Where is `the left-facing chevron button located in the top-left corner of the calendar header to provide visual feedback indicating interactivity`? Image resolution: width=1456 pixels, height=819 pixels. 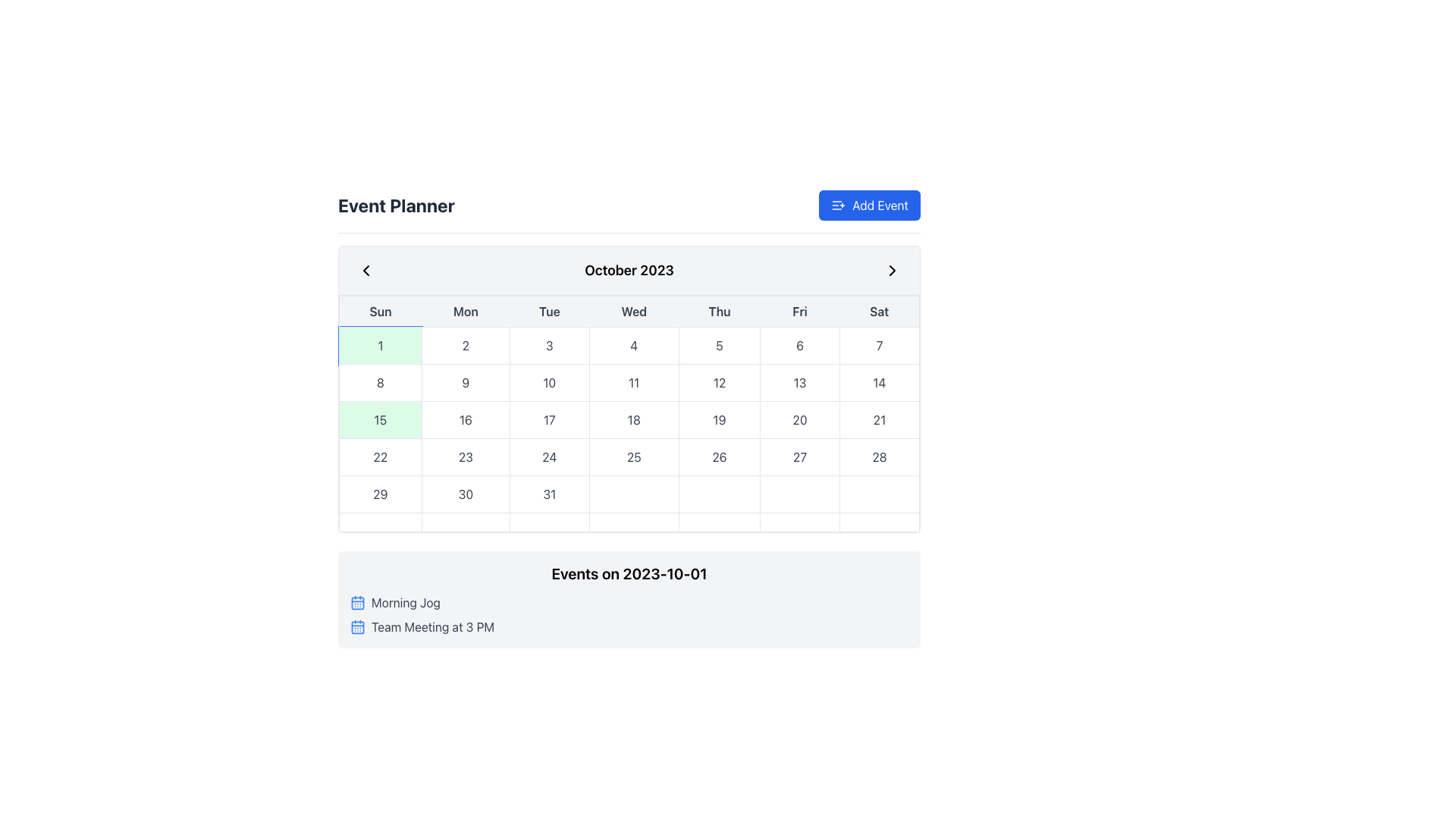 the left-facing chevron button located in the top-left corner of the calendar header to provide visual feedback indicating interactivity is located at coordinates (366, 270).